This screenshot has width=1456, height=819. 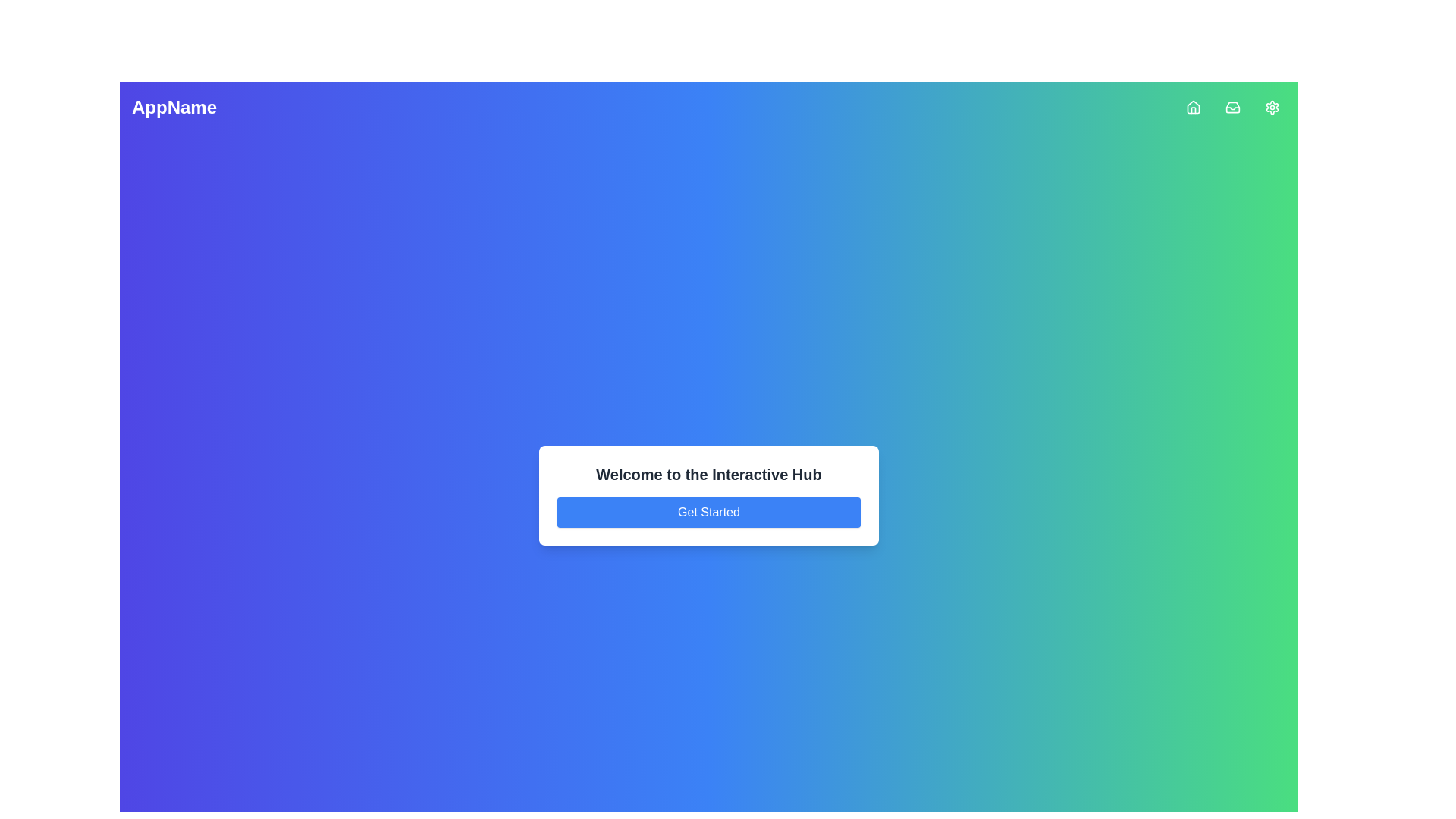 What do you see at coordinates (1233, 107) in the screenshot?
I see `the inbox icon button located on the right-hand side of the header bar` at bounding box center [1233, 107].